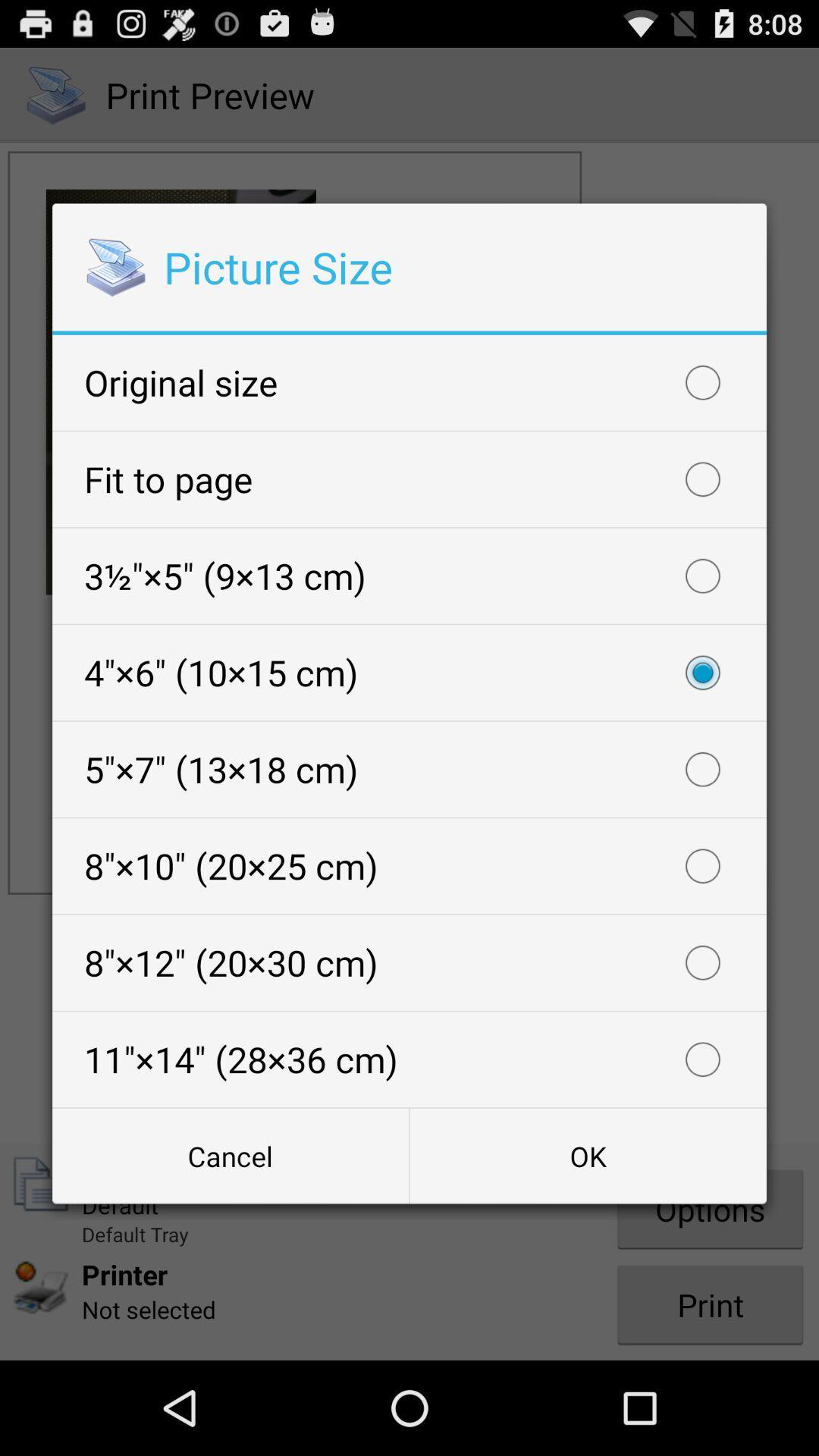 This screenshot has width=819, height=1456. What do you see at coordinates (587, 1155) in the screenshot?
I see `the item to the right of cancel` at bounding box center [587, 1155].